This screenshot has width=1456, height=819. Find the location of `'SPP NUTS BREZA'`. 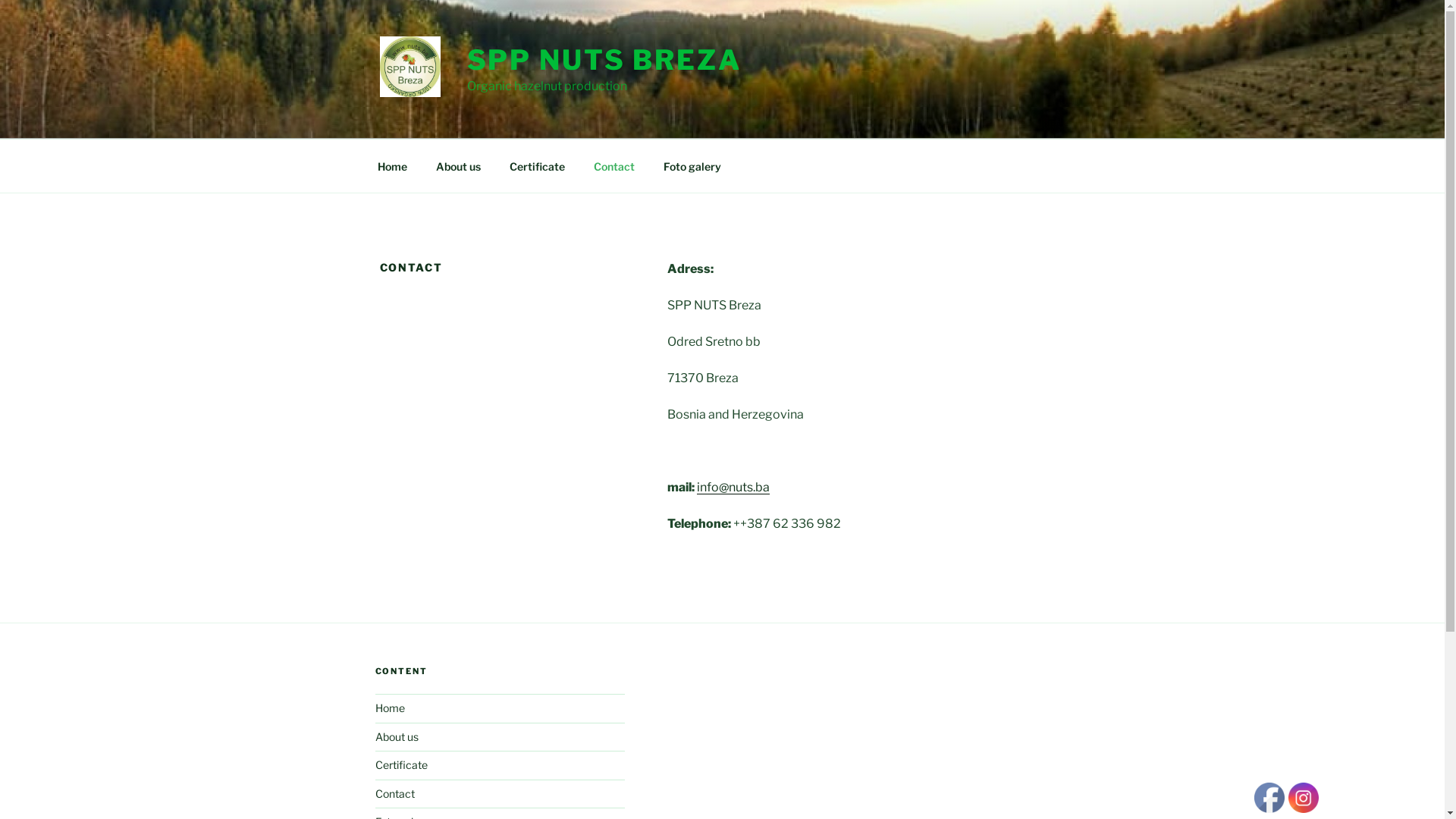

'SPP NUTS BREZA' is located at coordinates (603, 58).